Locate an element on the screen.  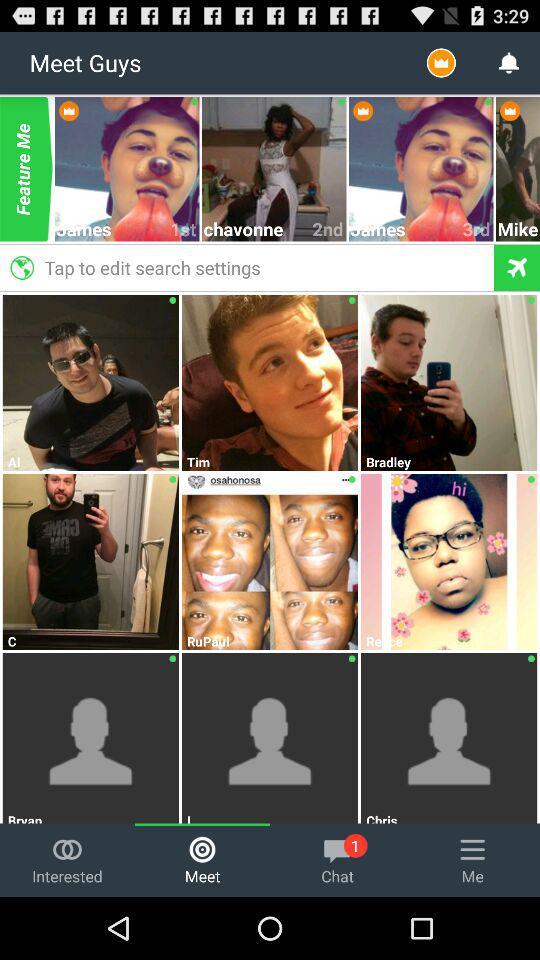
the icon below tap to edit item is located at coordinates (270, 290).